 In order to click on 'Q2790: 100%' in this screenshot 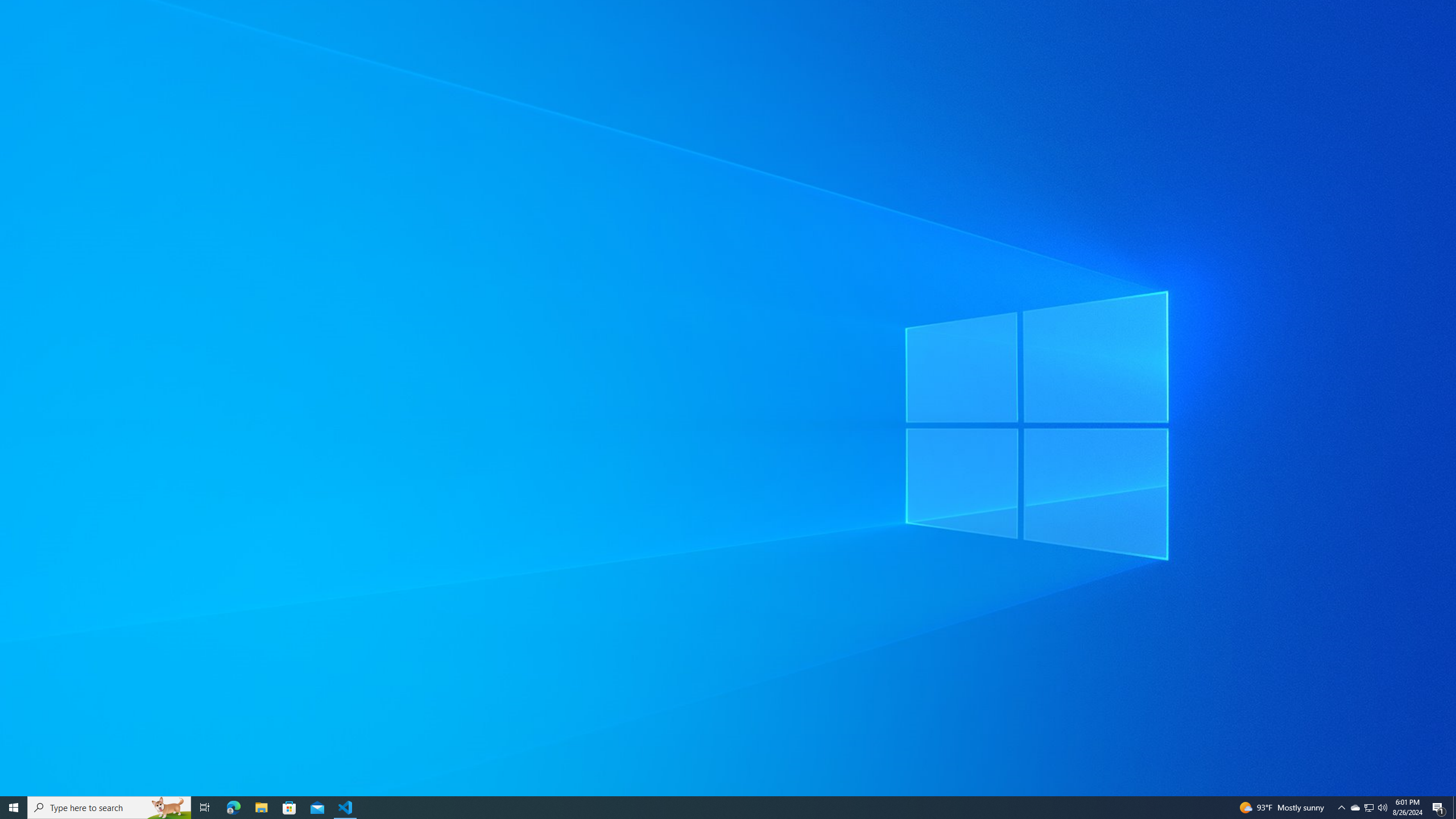, I will do `click(1381, 806)`.